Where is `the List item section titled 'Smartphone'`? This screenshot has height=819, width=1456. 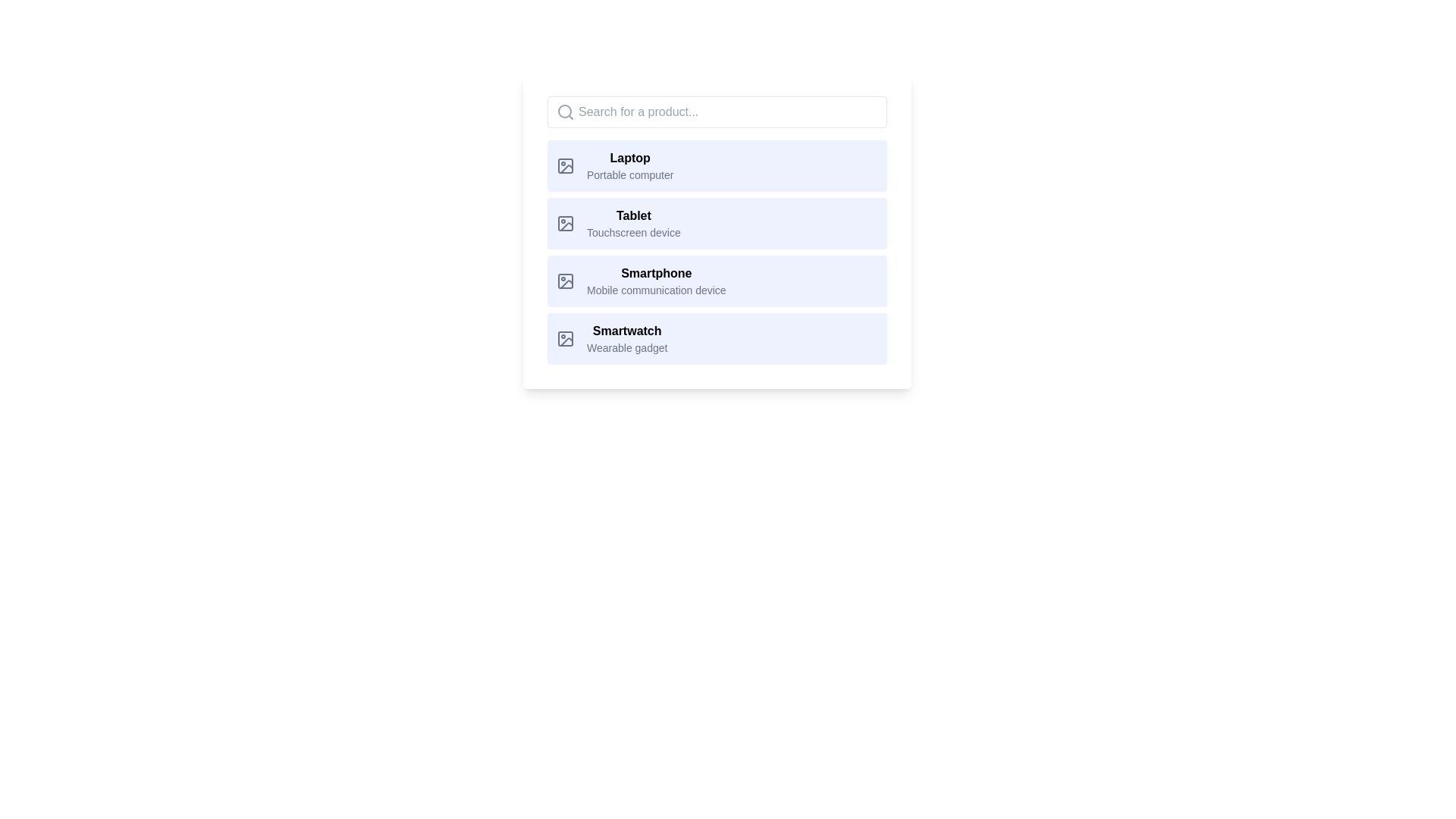
the List item section titled 'Smartphone' is located at coordinates (716, 281).